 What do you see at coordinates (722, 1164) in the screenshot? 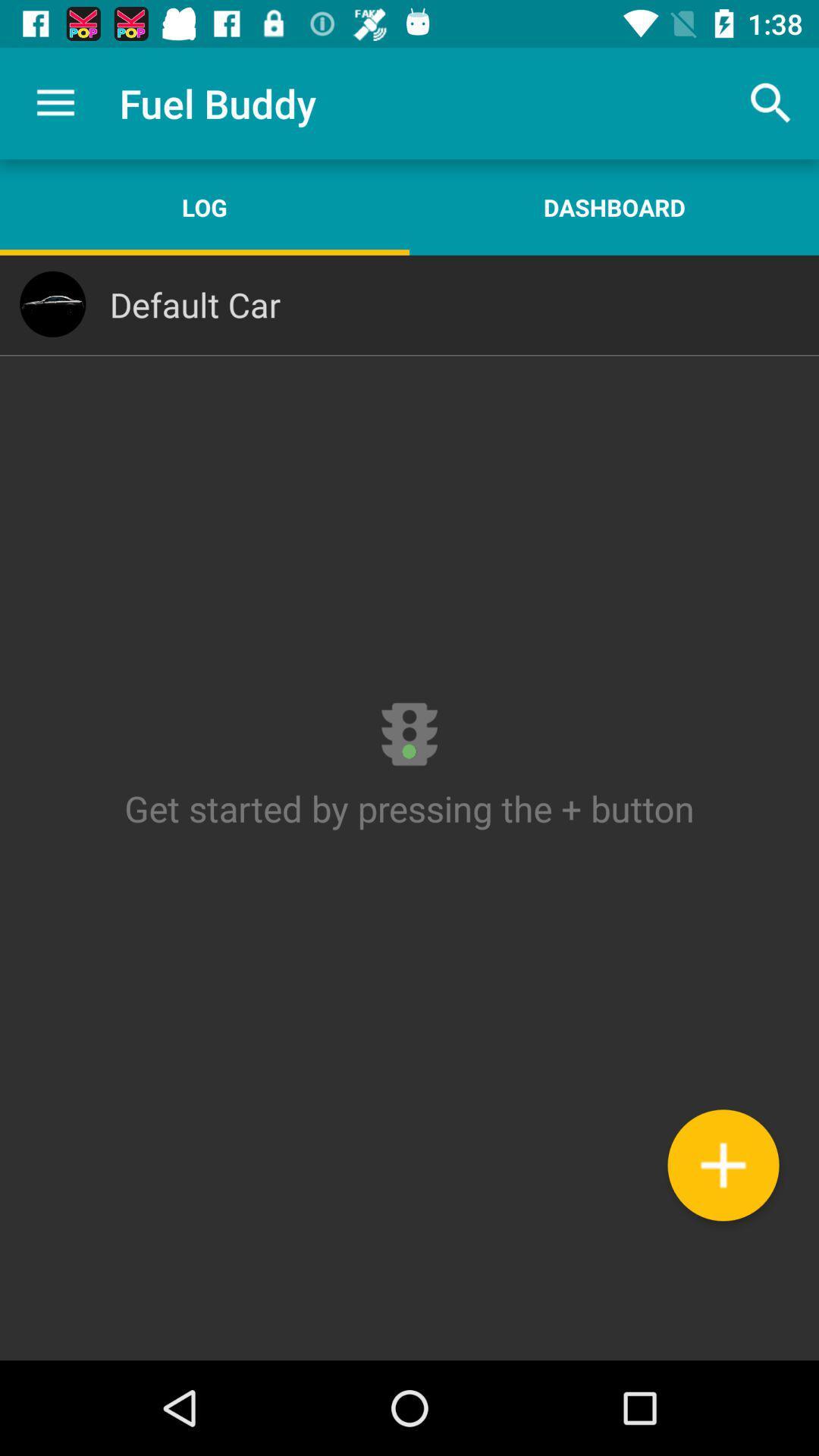
I see `car` at bounding box center [722, 1164].